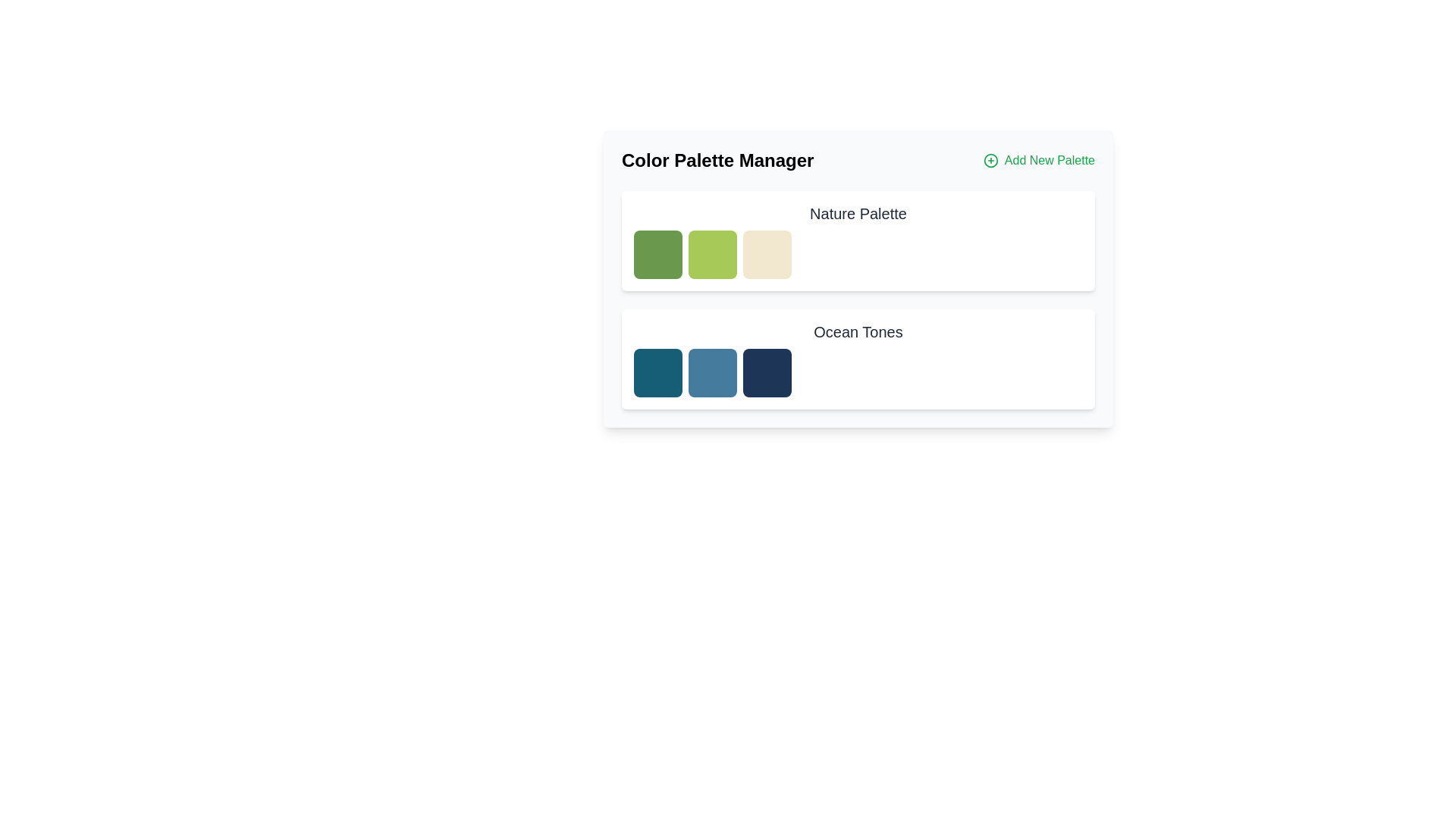 This screenshot has height=819, width=1456. I want to click on the third color swatch with a light beige background in the 'Nature Palette' section, so click(767, 253).